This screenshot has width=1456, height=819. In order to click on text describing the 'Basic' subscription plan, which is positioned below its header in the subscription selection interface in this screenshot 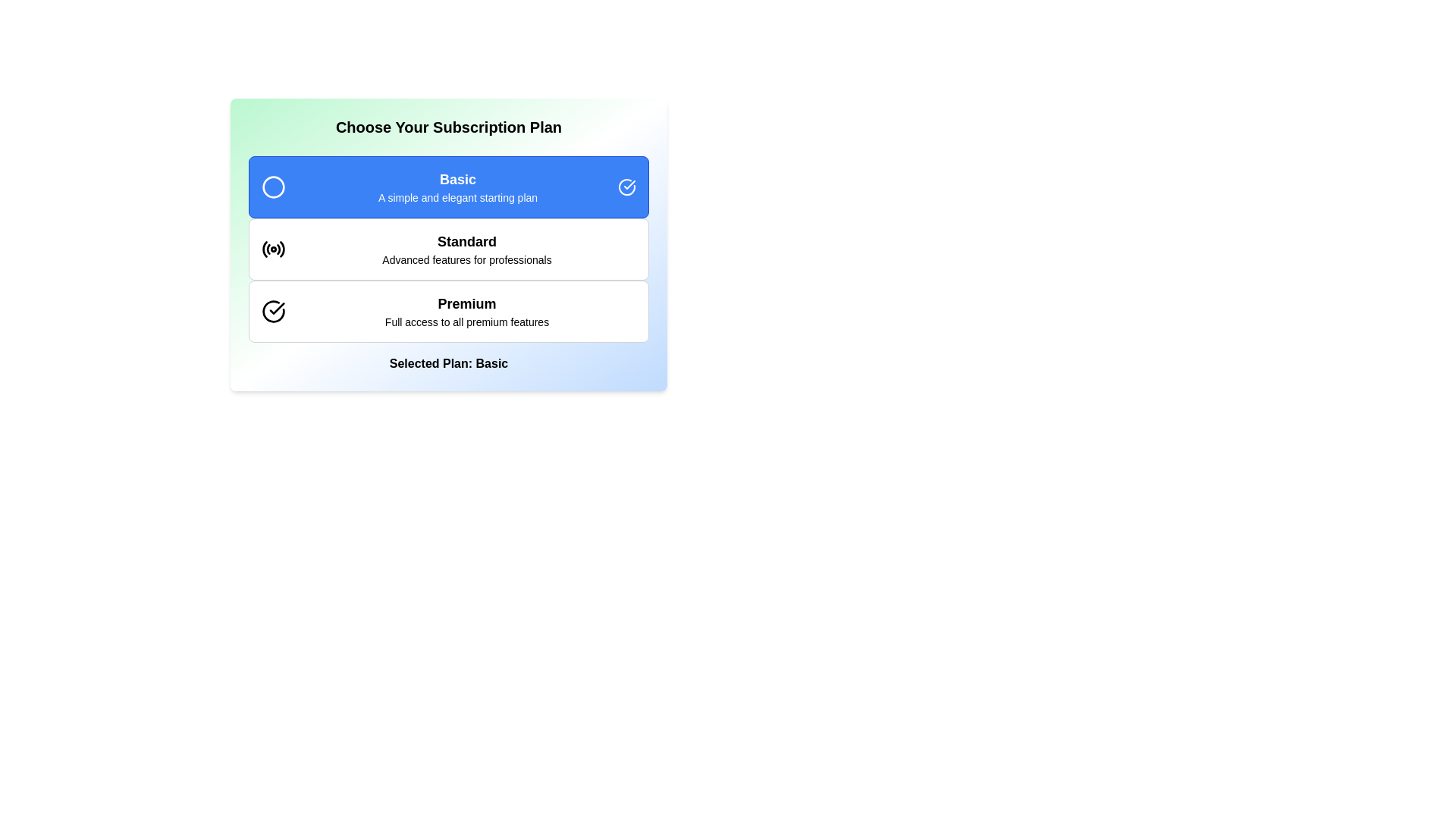, I will do `click(457, 197)`.